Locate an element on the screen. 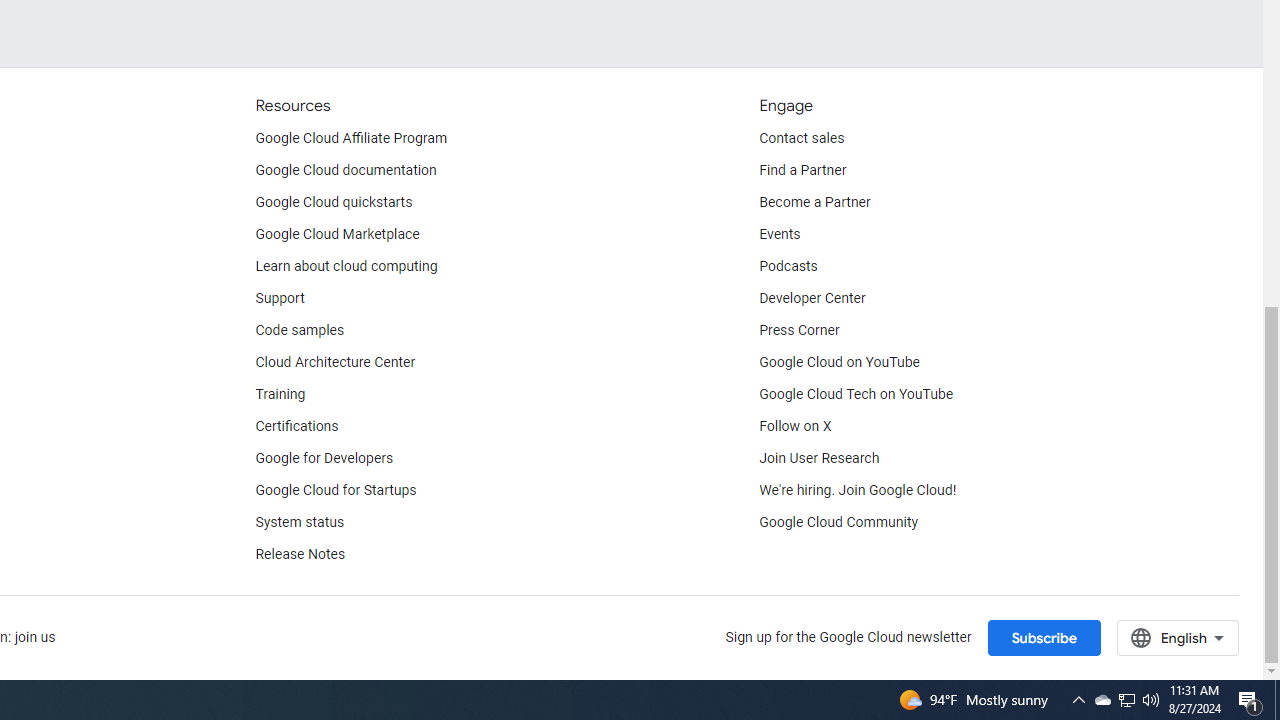 Image resolution: width=1280 pixels, height=720 pixels. 'Join User Research' is located at coordinates (819, 458).